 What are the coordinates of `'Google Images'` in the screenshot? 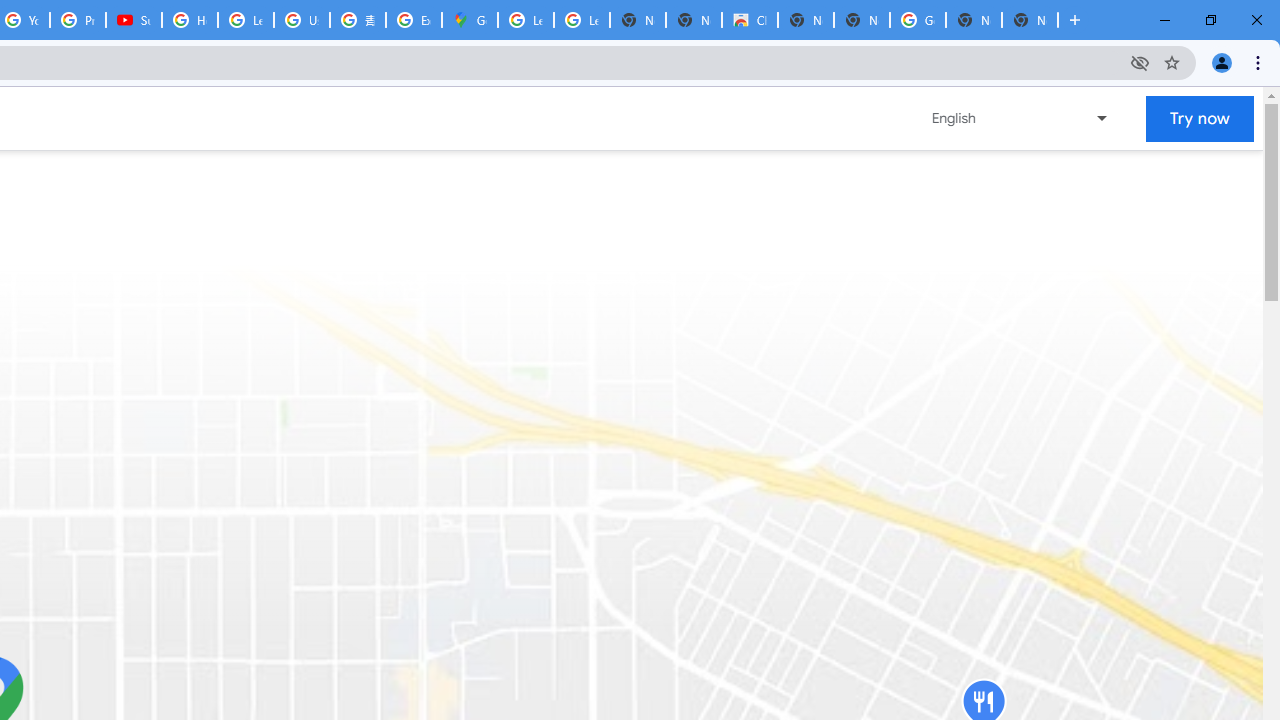 It's located at (916, 20).